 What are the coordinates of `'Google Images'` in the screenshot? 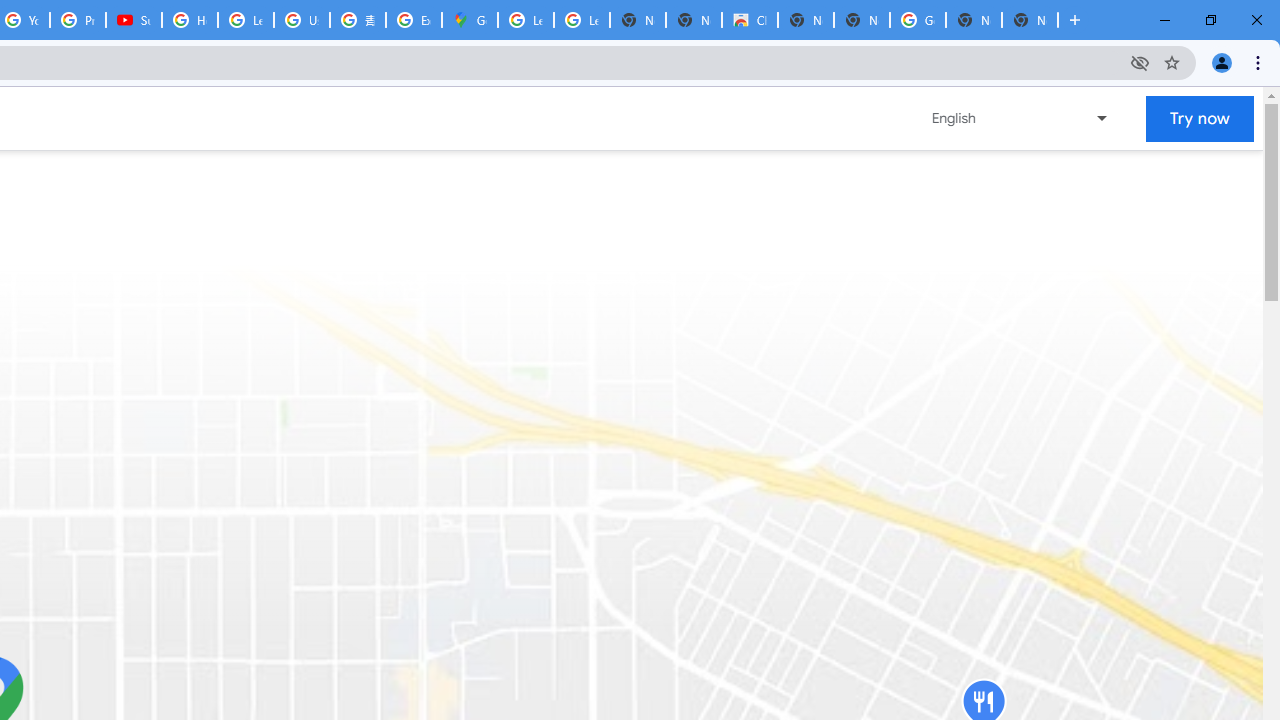 It's located at (916, 20).